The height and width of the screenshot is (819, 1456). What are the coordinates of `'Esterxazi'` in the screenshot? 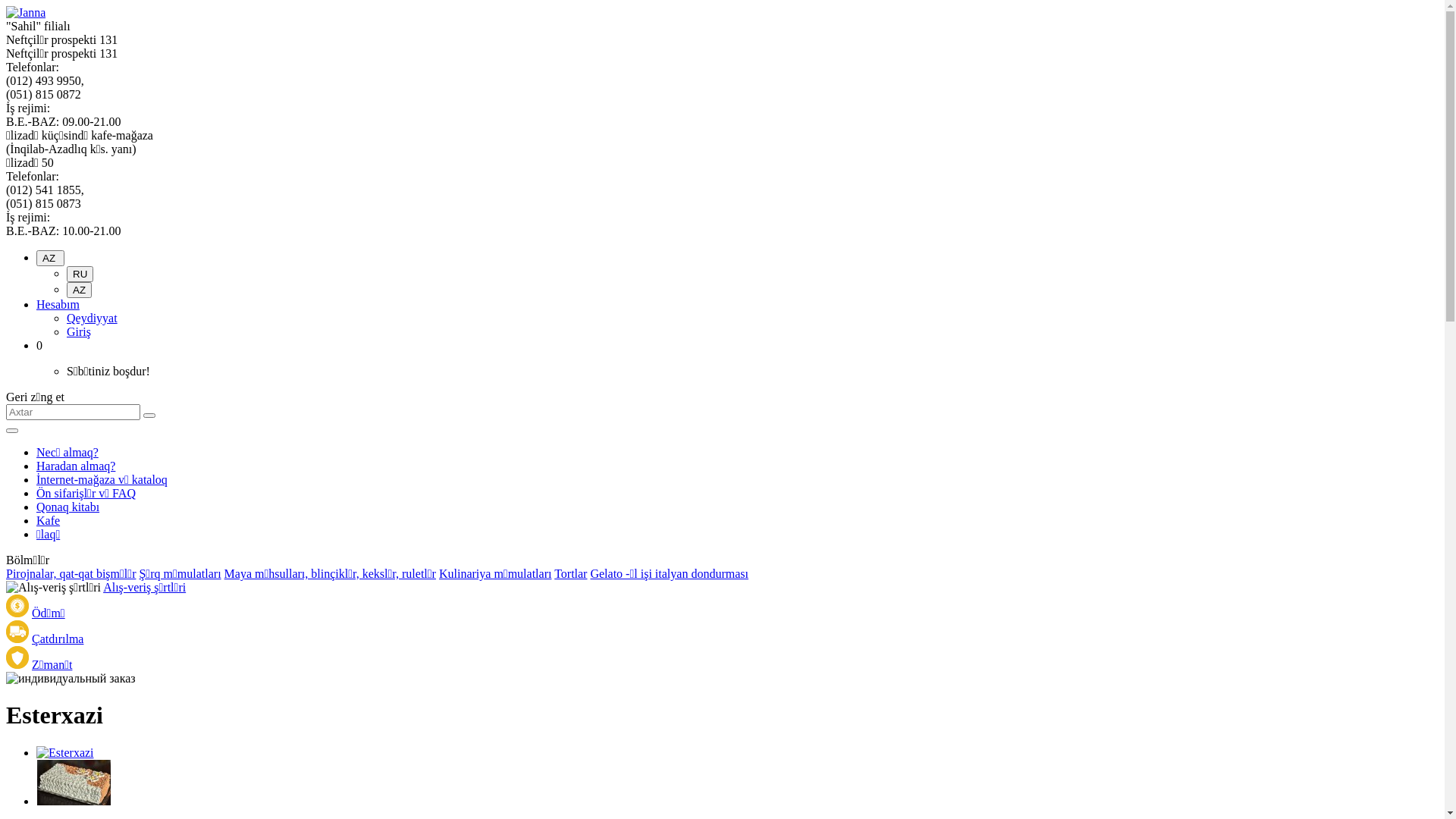 It's located at (64, 752).